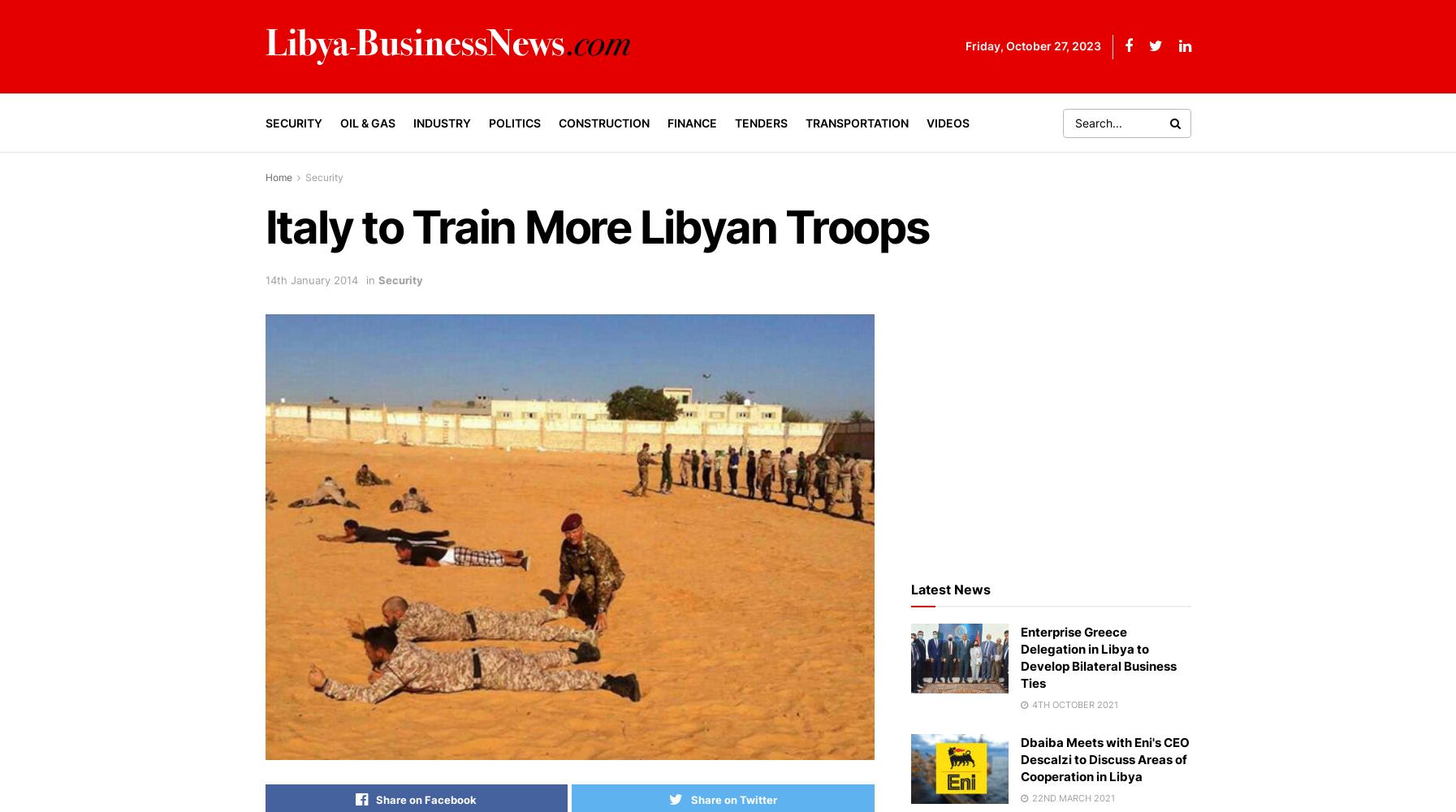 This screenshot has height=812, width=1456. Describe the element at coordinates (1104, 759) in the screenshot. I see `'Dbaiba Meets with Eni's CEO Descalzi to Discuss Areas of Cooperation in Libya'` at that location.